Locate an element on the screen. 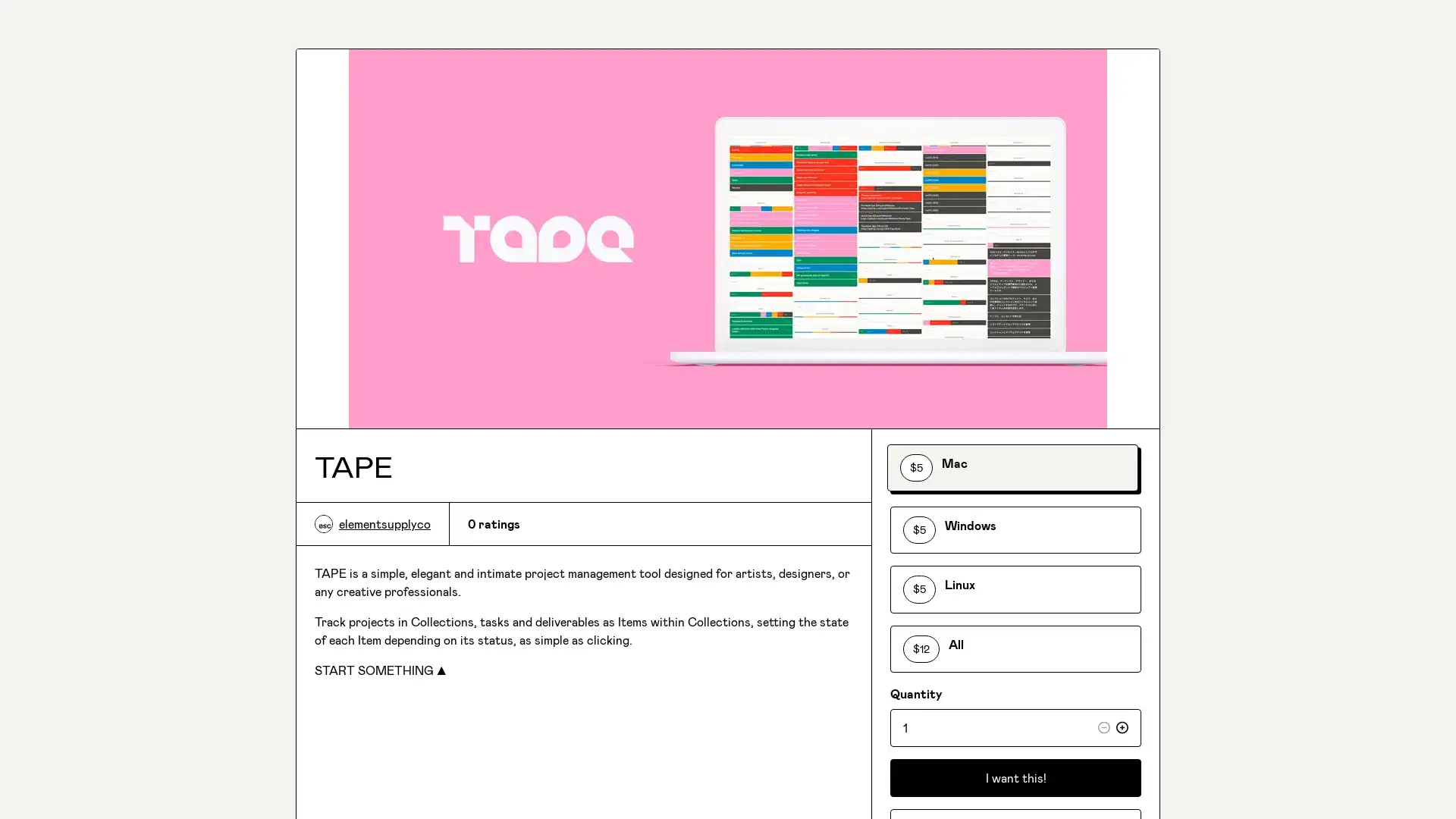 The width and height of the screenshot is (1456, 819). I want this! is located at coordinates (1015, 777).